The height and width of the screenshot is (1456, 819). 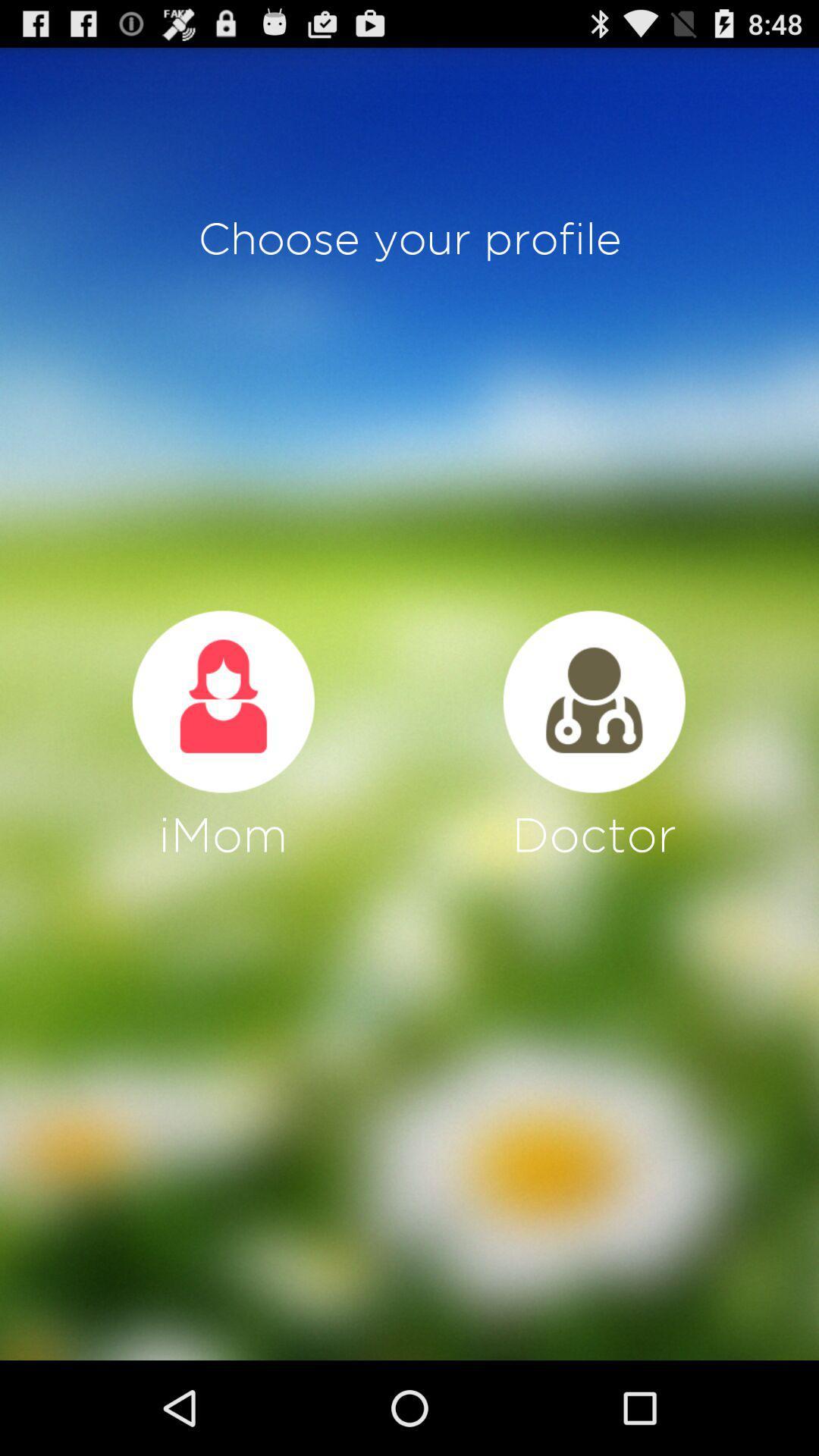 I want to click on choose profile, so click(x=223, y=701).